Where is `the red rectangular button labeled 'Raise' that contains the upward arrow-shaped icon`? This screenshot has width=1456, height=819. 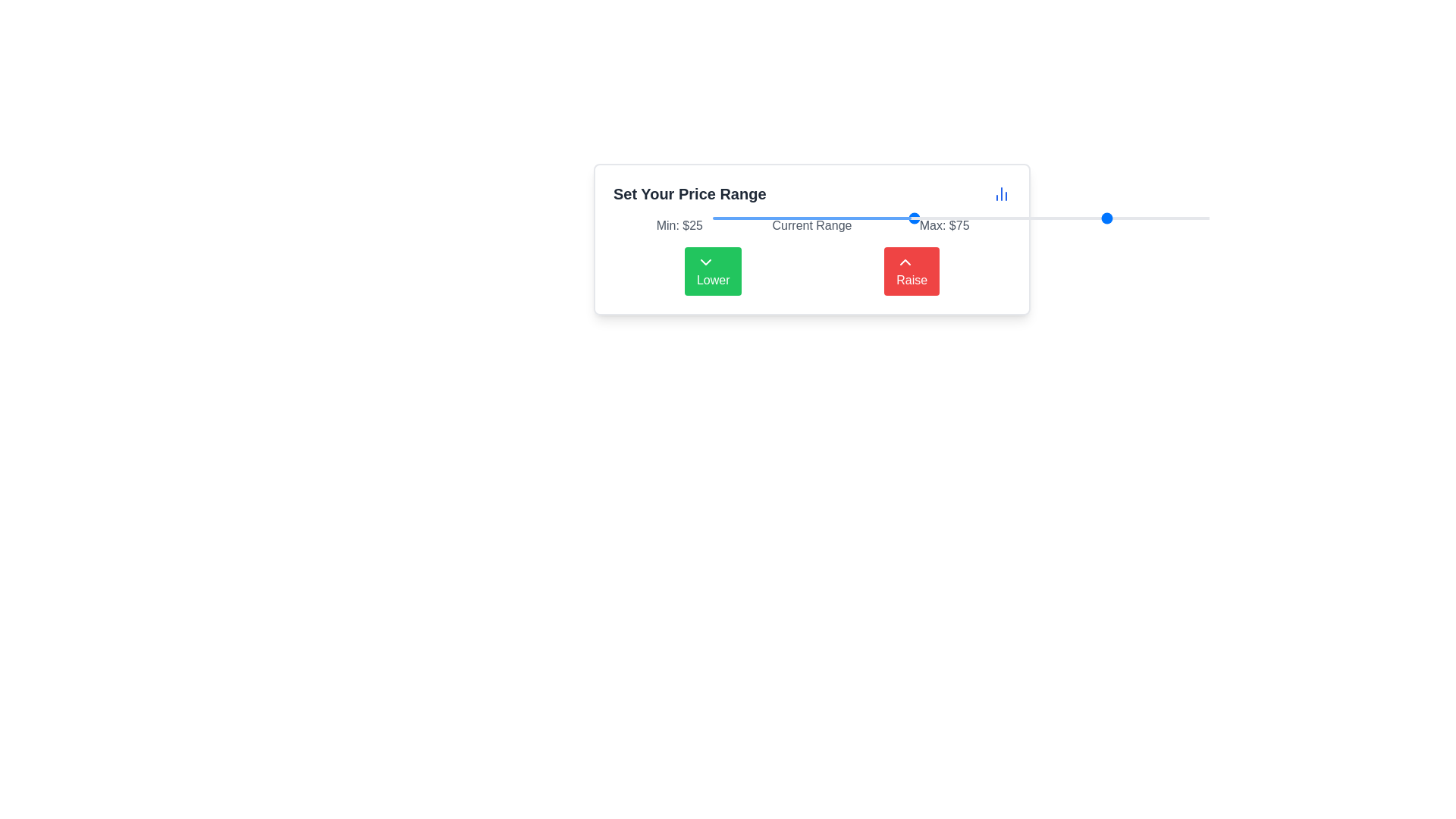
the red rectangular button labeled 'Raise' that contains the upward arrow-shaped icon is located at coordinates (905, 262).